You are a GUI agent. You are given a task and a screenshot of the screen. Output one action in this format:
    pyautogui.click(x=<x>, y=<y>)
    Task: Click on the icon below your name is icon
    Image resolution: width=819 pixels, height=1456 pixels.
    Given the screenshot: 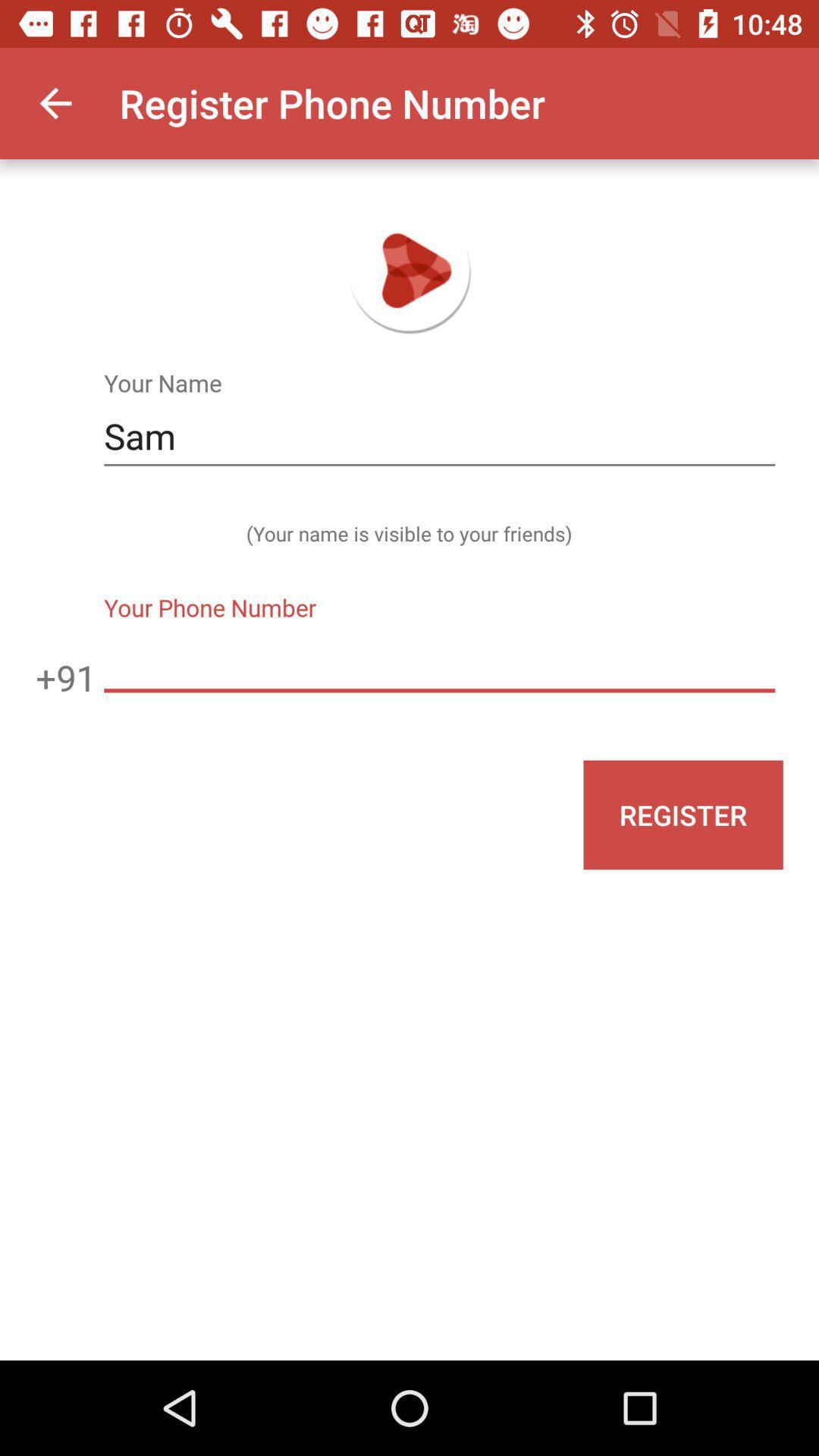 What is the action you would take?
    pyautogui.click(x=439, y=661)
    